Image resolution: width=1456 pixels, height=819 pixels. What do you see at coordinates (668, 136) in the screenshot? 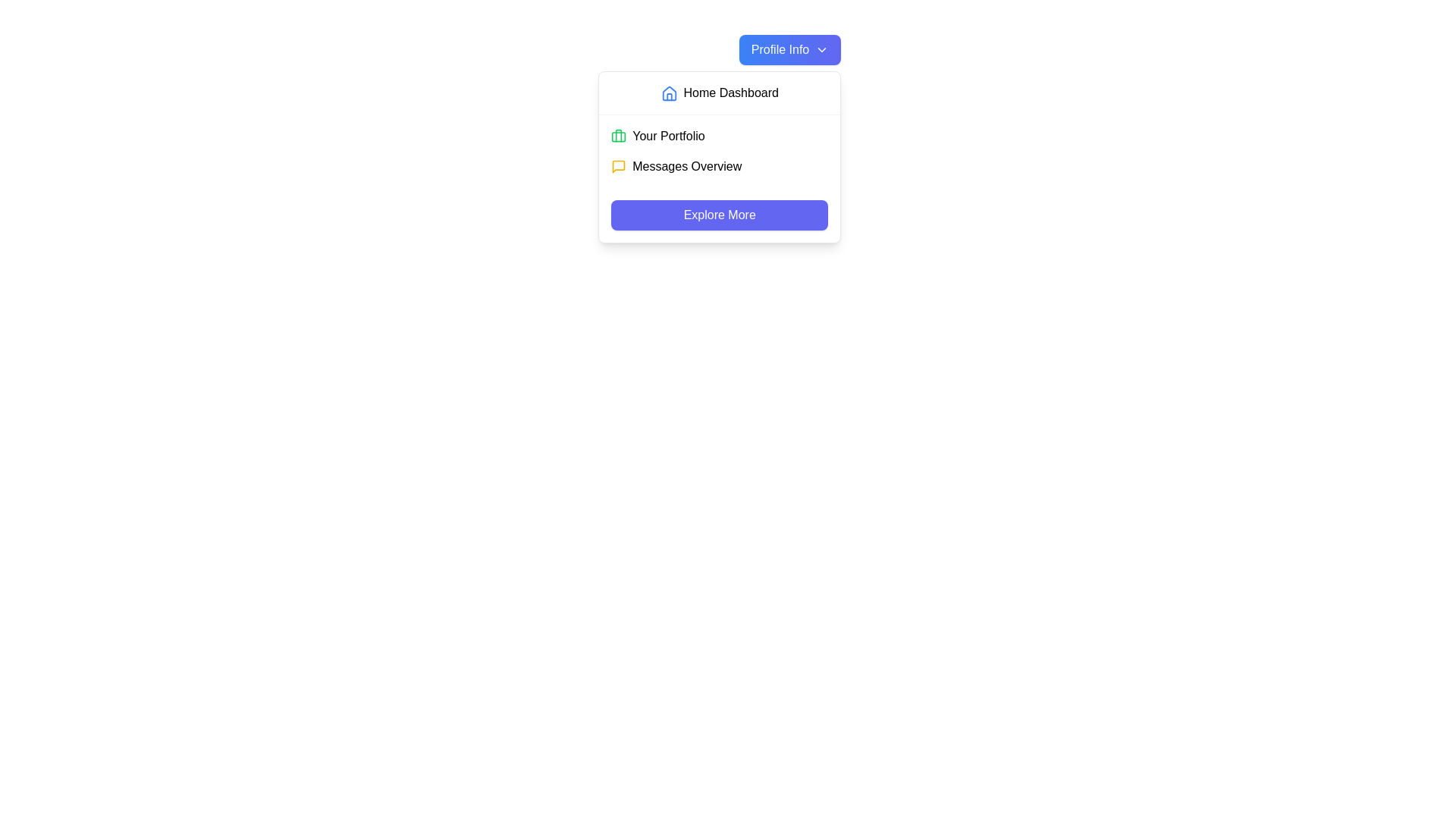
I see `text label stating 'Your Portfolio' which is the second item in the vertical menu structure, located below 'Home Dashboard' and above 'Messages Overview'` at bounding box center [668, 136].